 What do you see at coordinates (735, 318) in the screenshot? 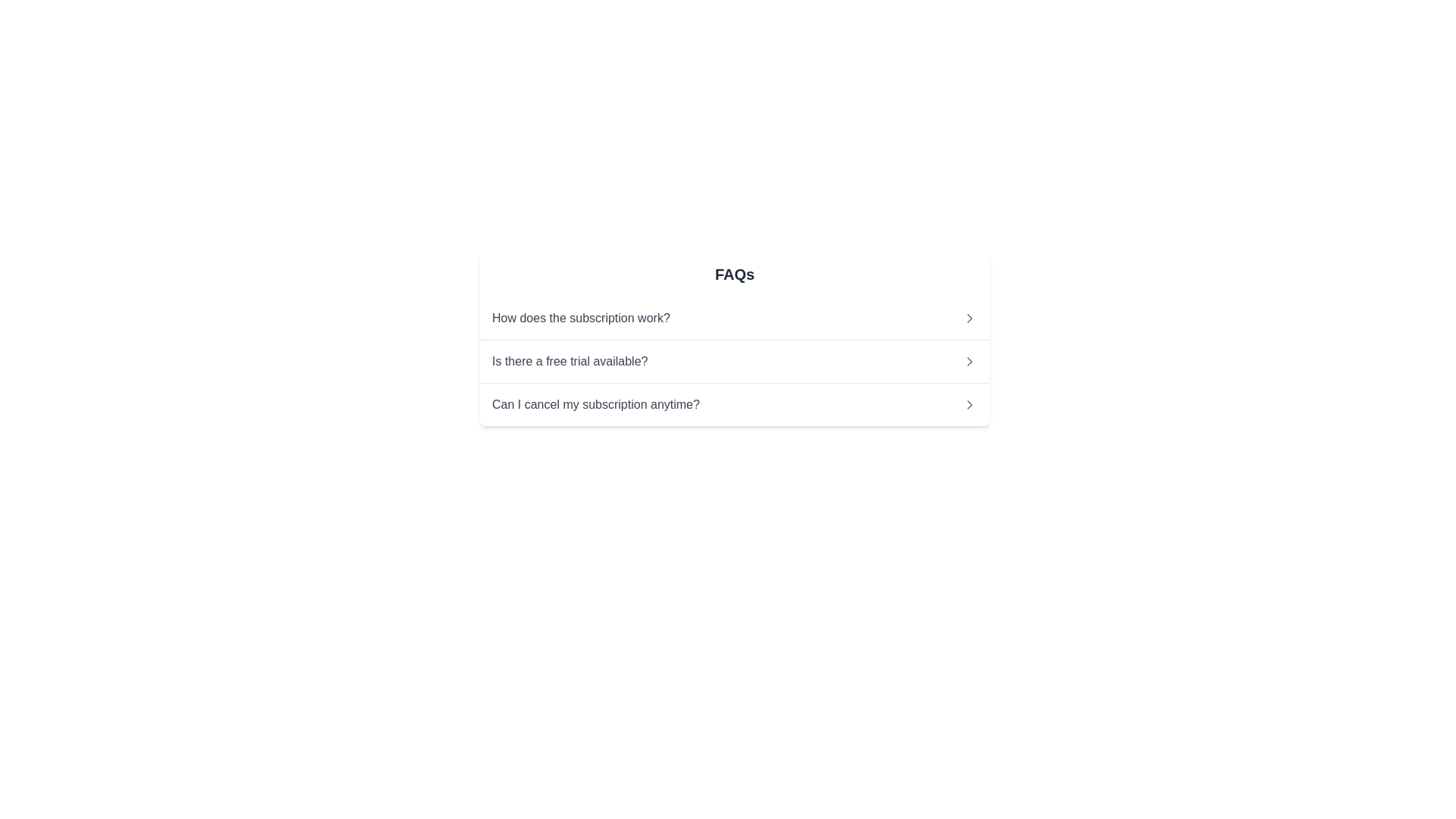
I see `the first row of the FAQs section labeled 'How does the subscription work?'` at bounding box center [735, 318].